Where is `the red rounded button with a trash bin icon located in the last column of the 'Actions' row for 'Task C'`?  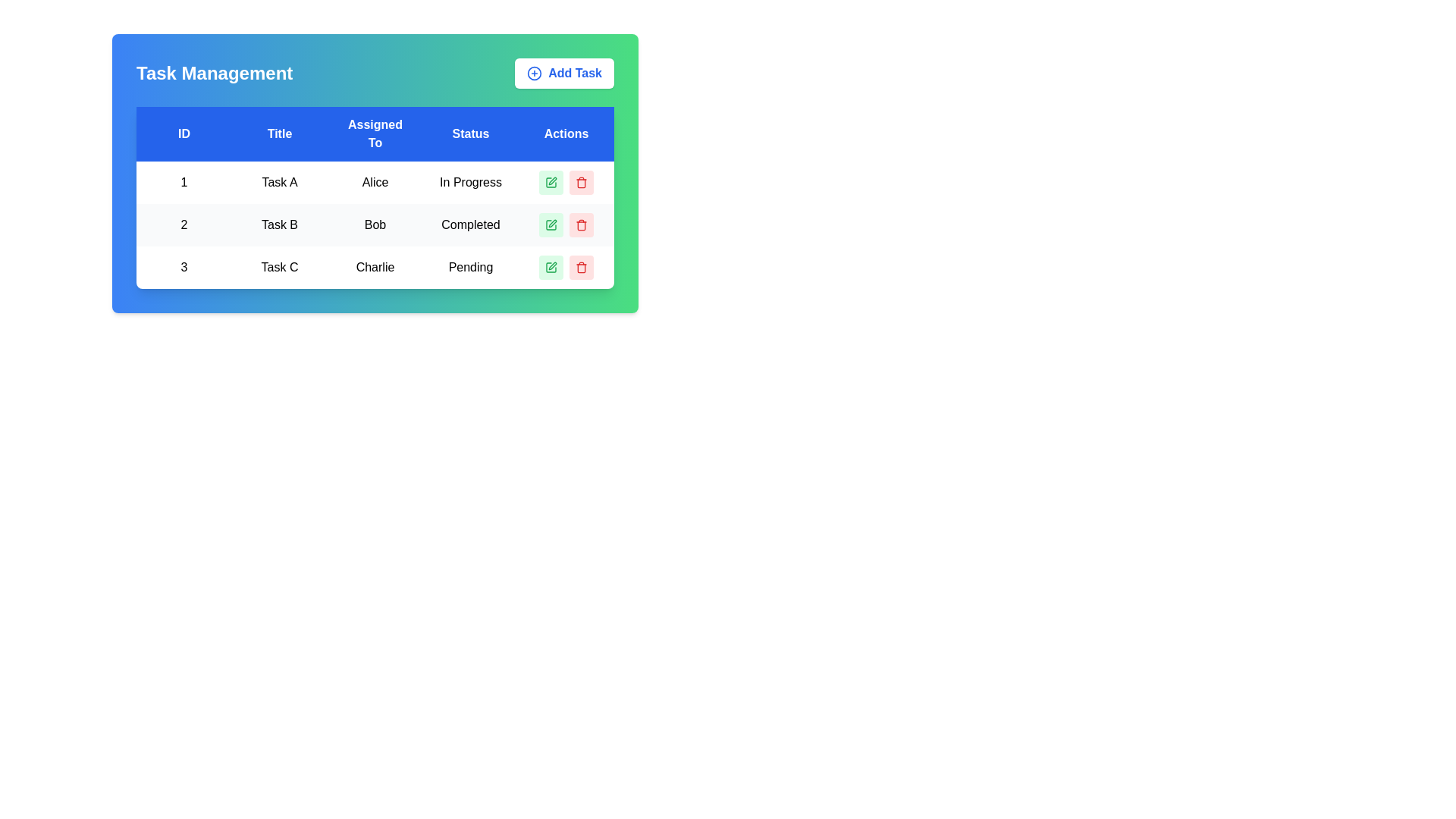 the red rounded button with a trash bin icon located in the last column of the 'Actions' row for 'Task C' is located at coordinates (581, 267).